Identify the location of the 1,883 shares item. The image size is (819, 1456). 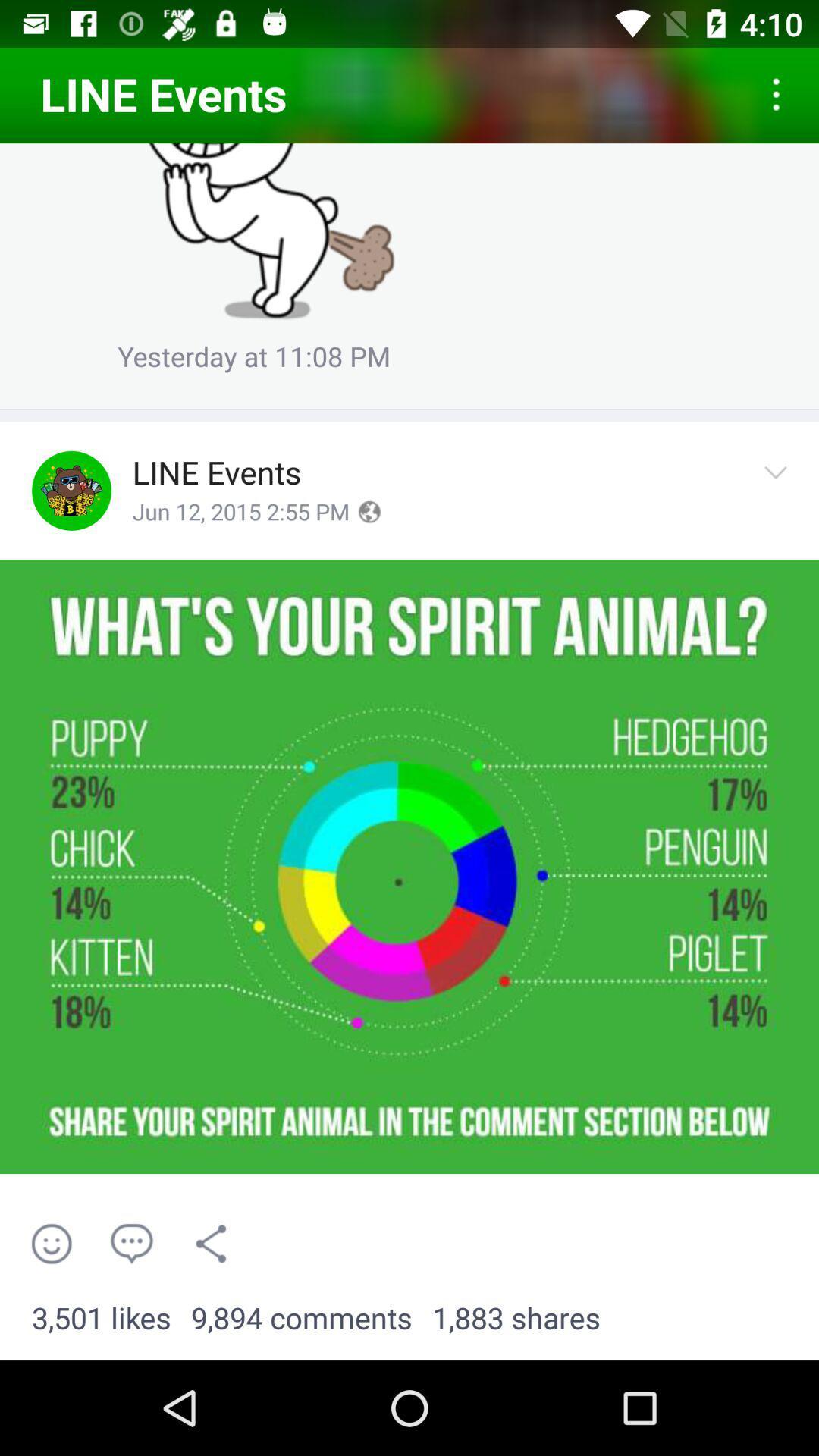
(516, 1318).